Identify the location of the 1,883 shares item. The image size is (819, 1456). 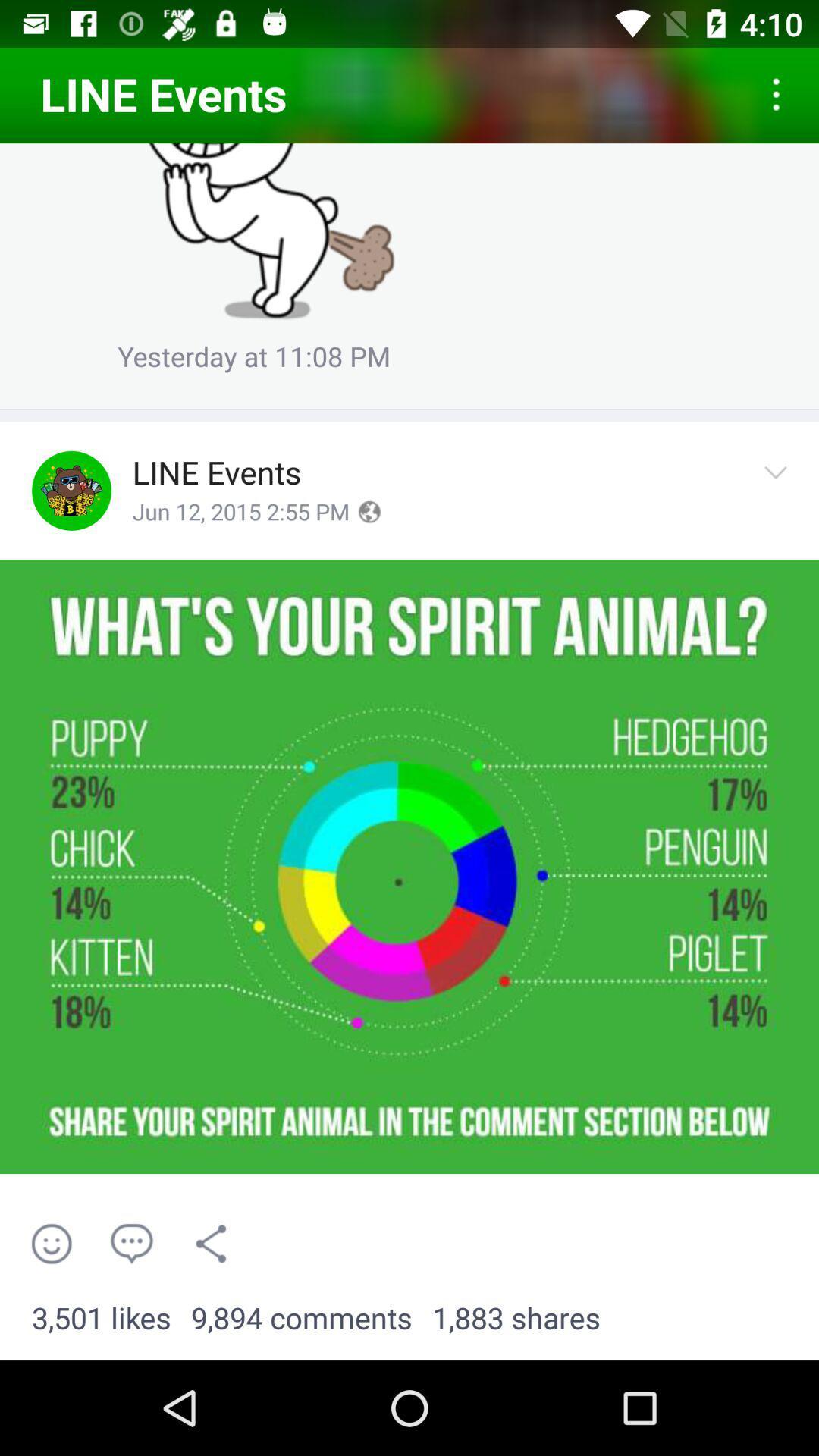
(516, 1318).